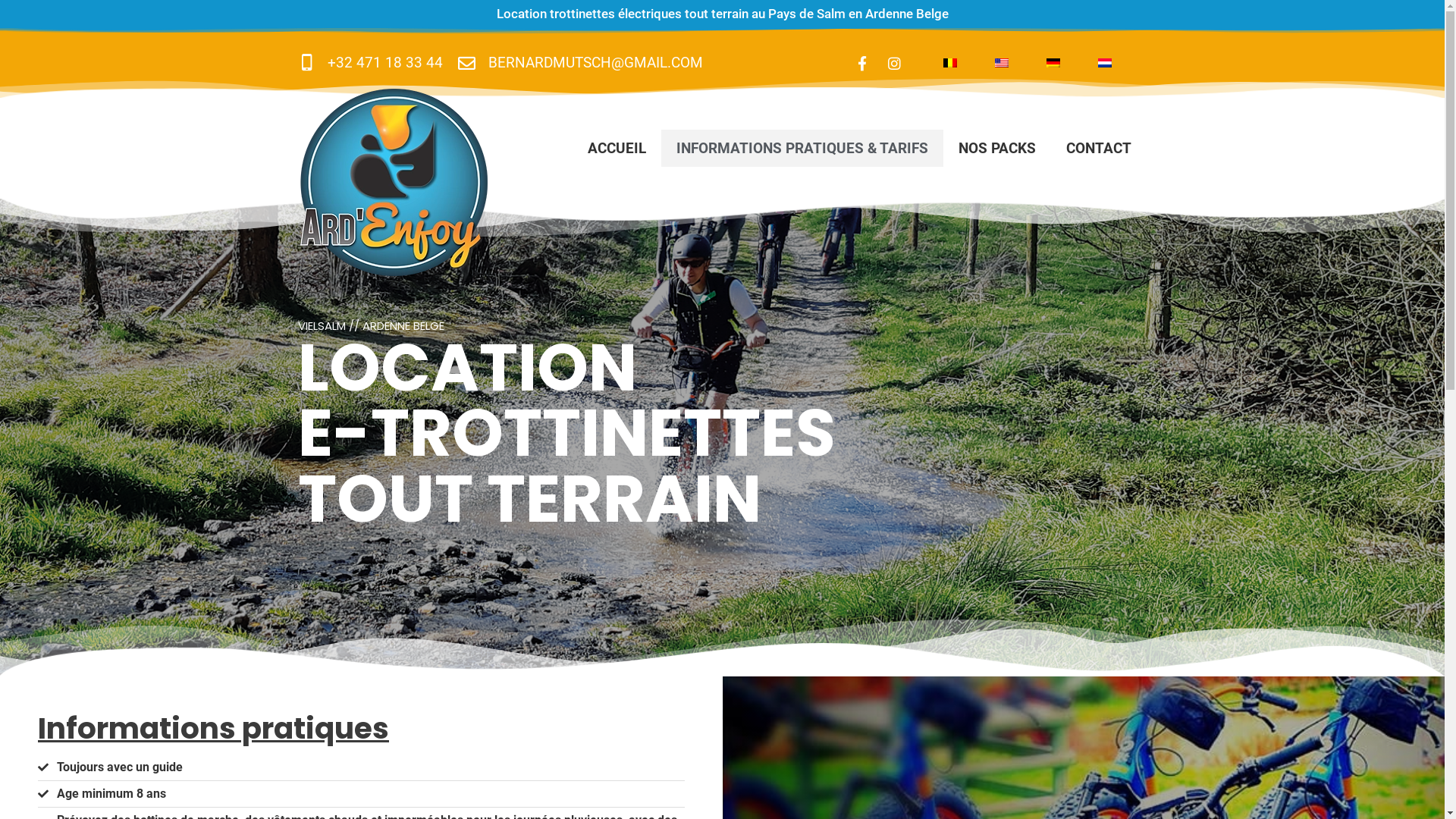 The image size is (1456, 819). I want to click on 'Dutch', so click(1105, 62).